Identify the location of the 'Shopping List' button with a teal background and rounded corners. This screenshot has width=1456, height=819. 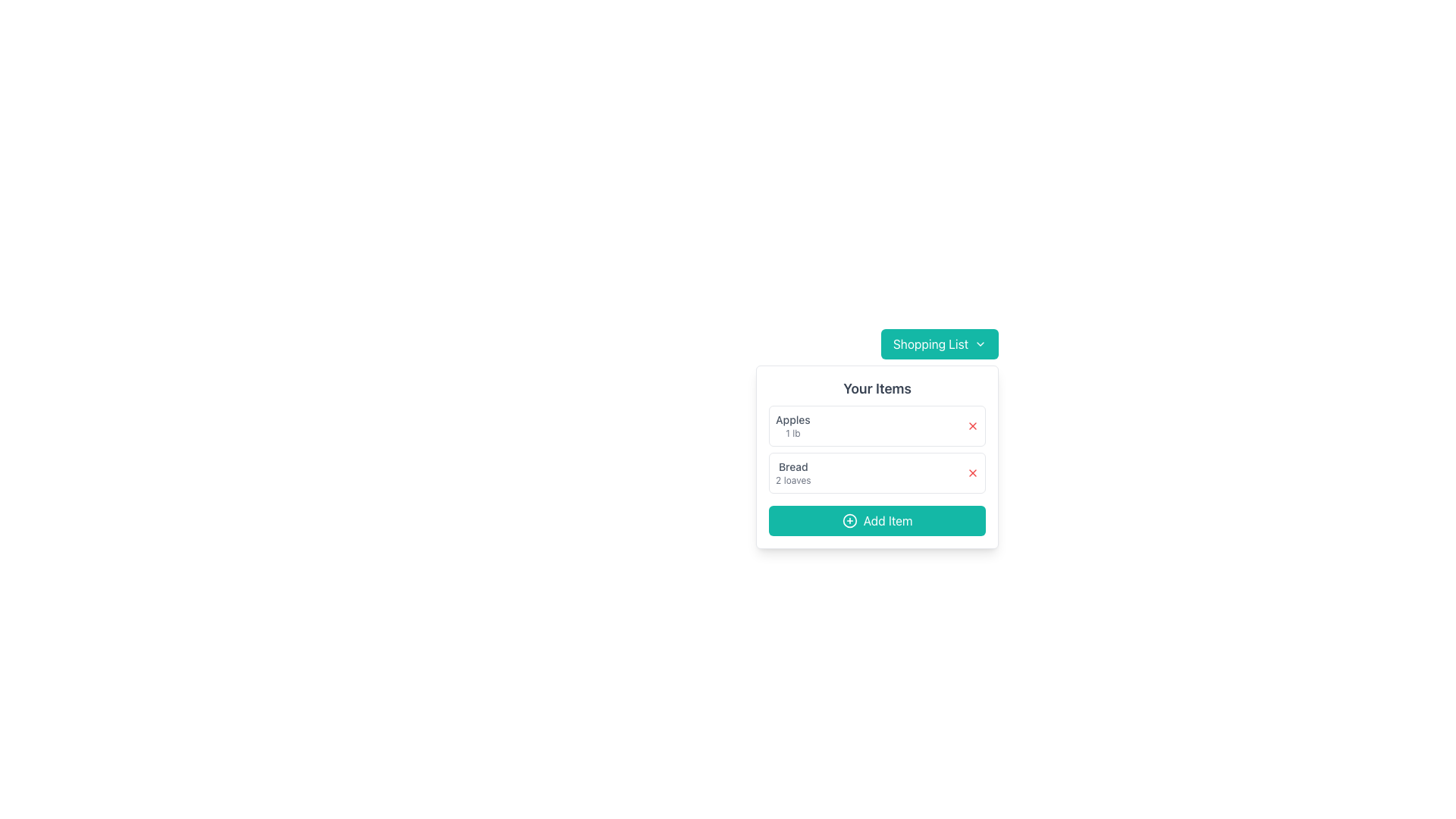
(939, 344).